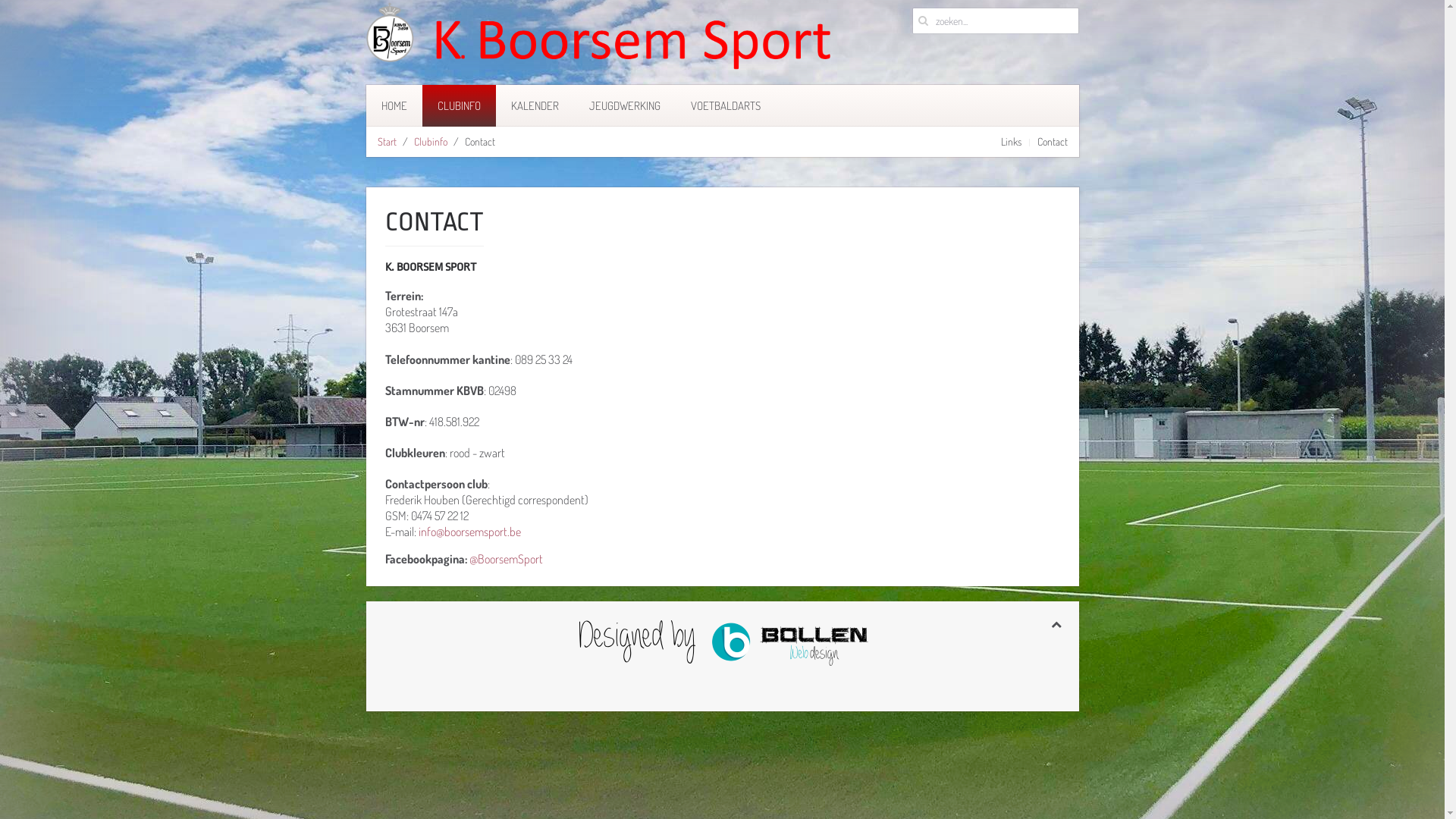 The height and width of the screenshot is (819, 1456). I want to click on 'VOETBALDARTS', so click(673, 105).